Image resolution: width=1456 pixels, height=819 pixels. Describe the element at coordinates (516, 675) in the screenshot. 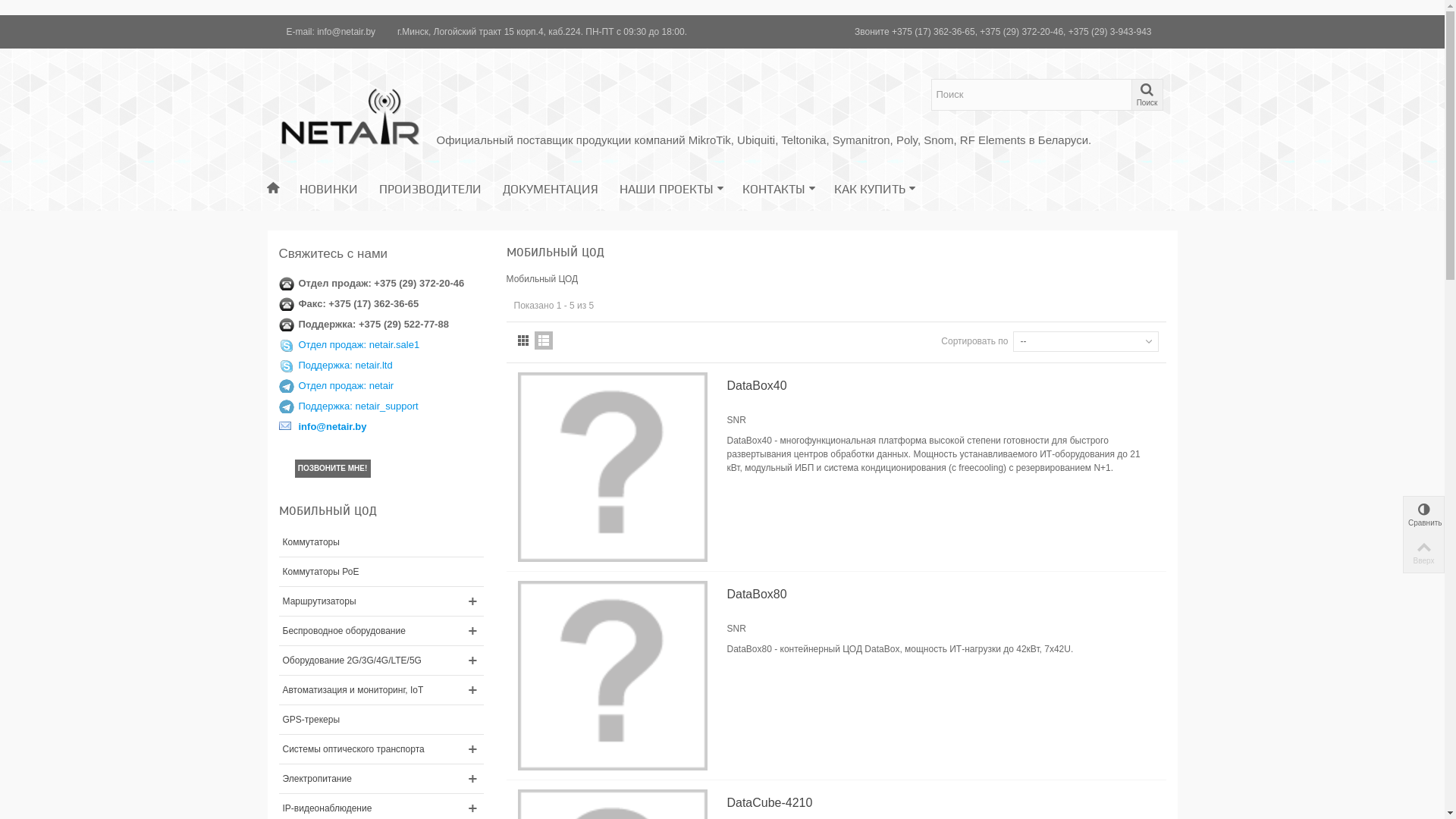

I see `'DataBox80'` at that location.